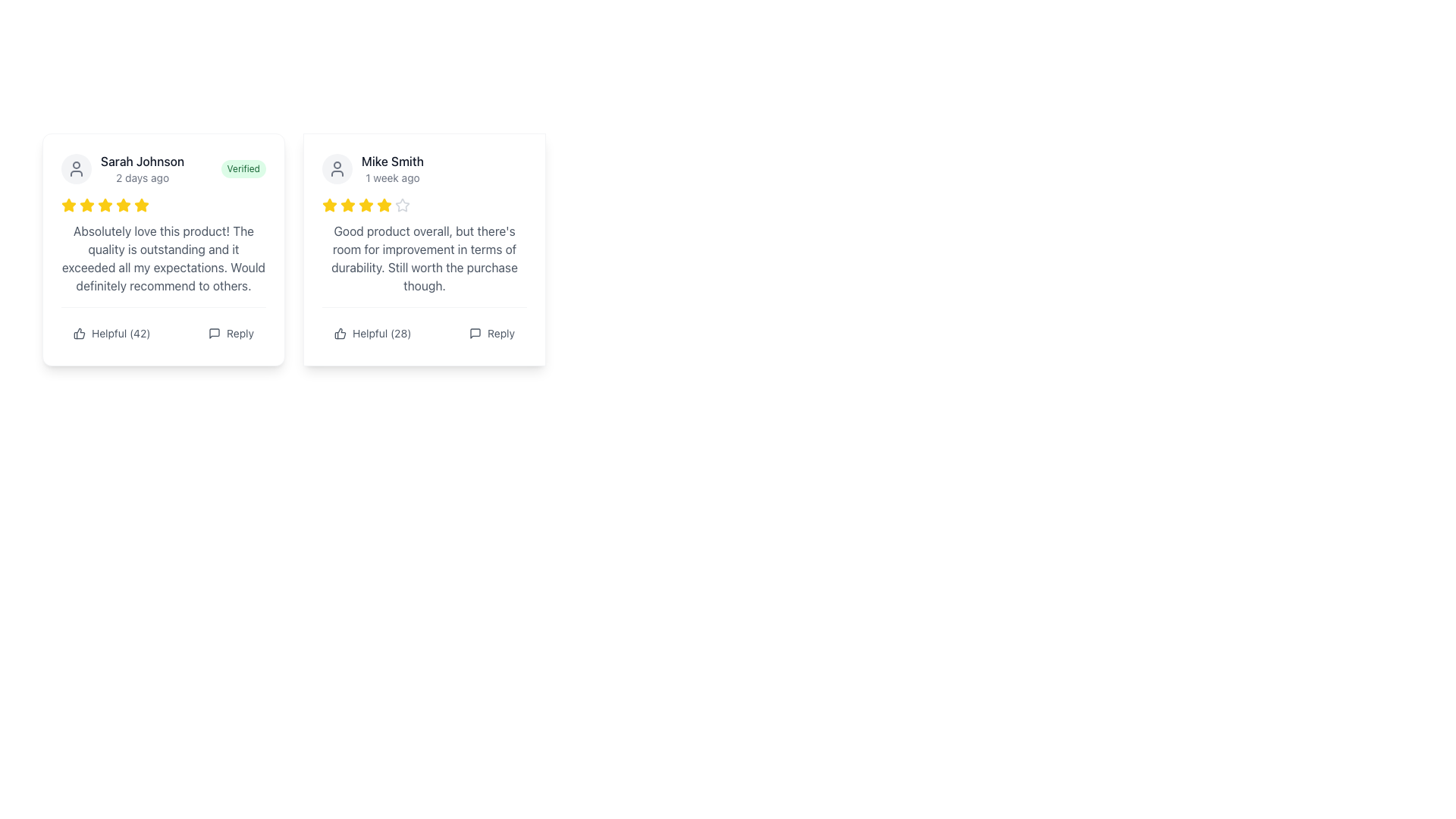  I want to click on the first star icon in the five-star rating system on Sarah Johnson's review card, so click(68, 205).